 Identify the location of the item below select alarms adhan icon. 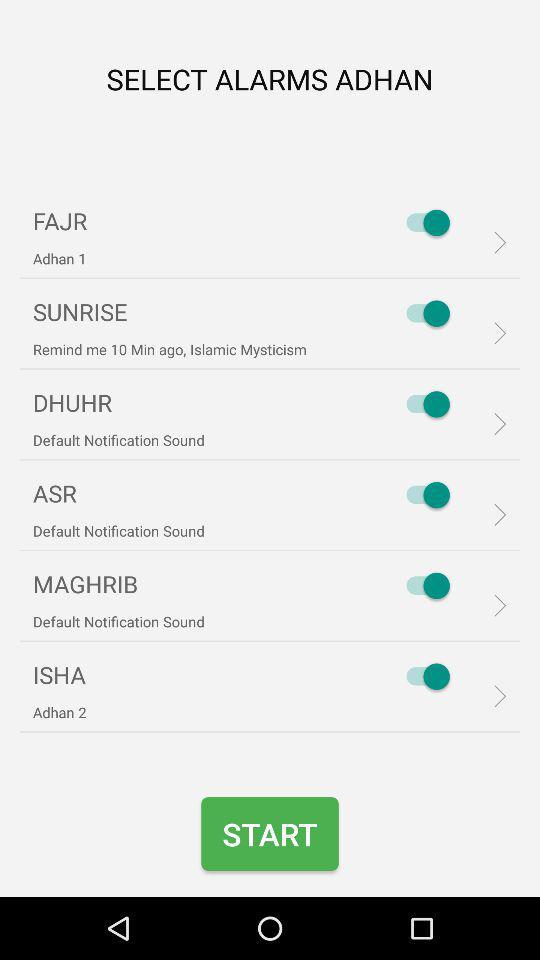
(422, 222).